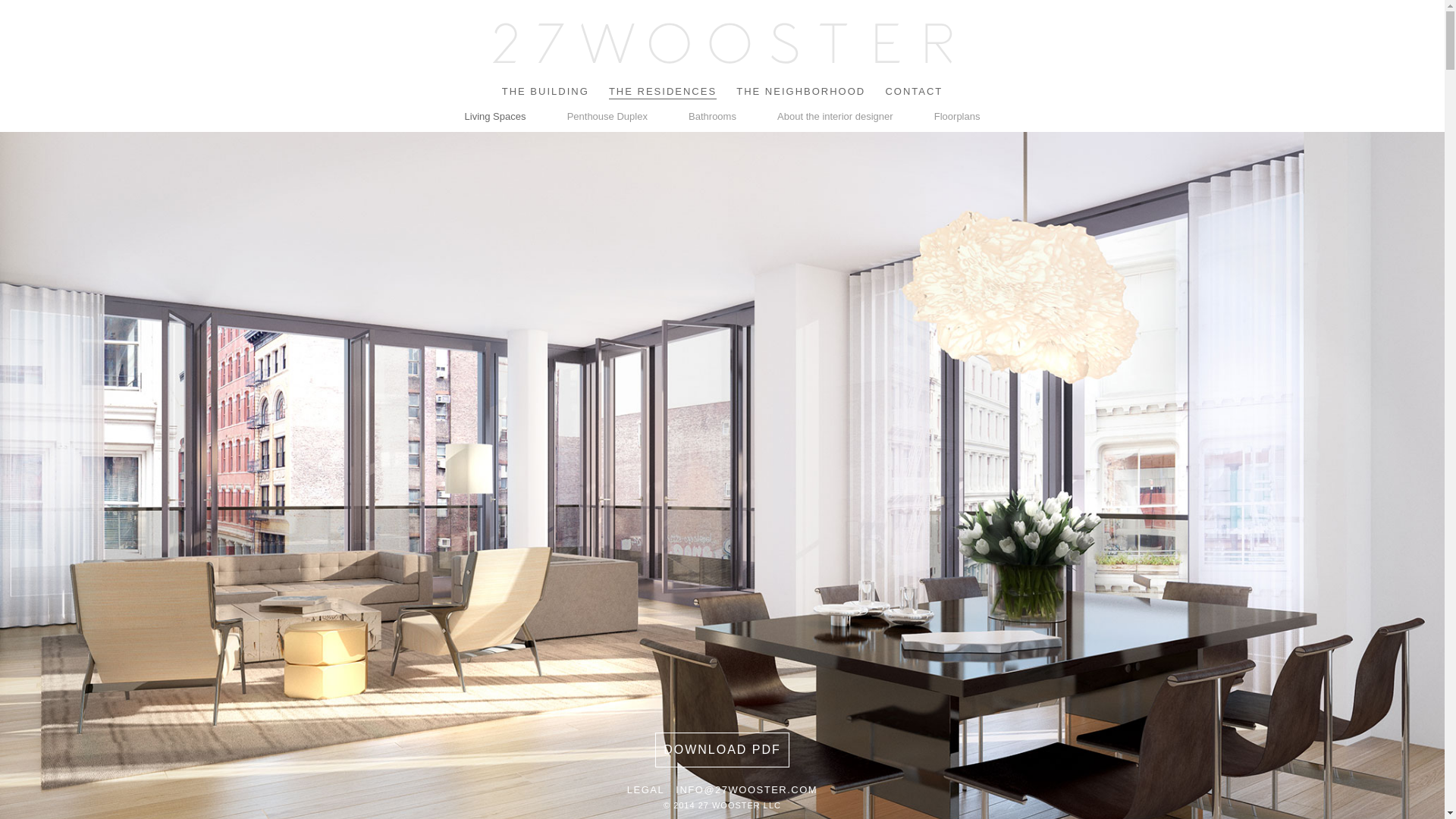  Describe the element at coordinates (645, 789) in the screenshot. I see `'LEGAL'` at that location.